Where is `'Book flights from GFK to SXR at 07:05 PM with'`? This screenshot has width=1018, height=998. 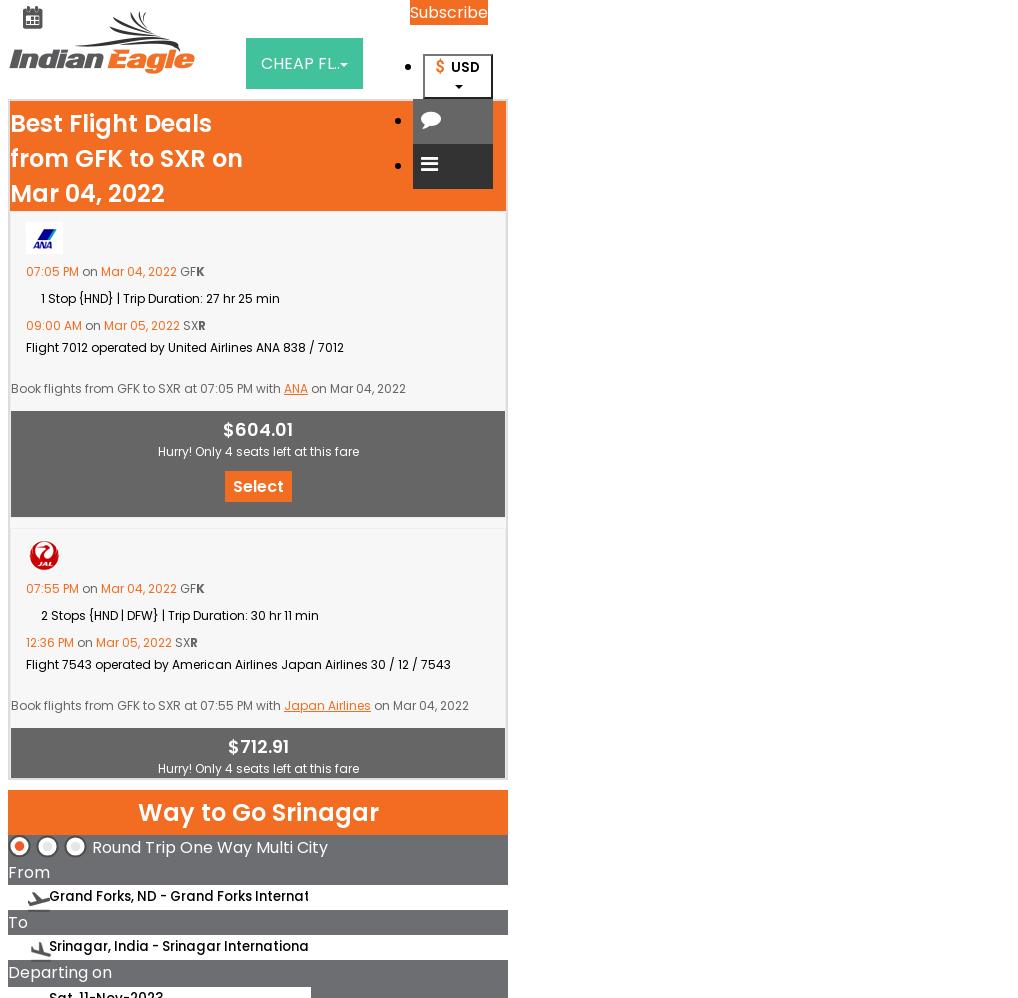
'Book flights from GFK to SXR at 07:05 PM with' is located at coordinates (146, 387).